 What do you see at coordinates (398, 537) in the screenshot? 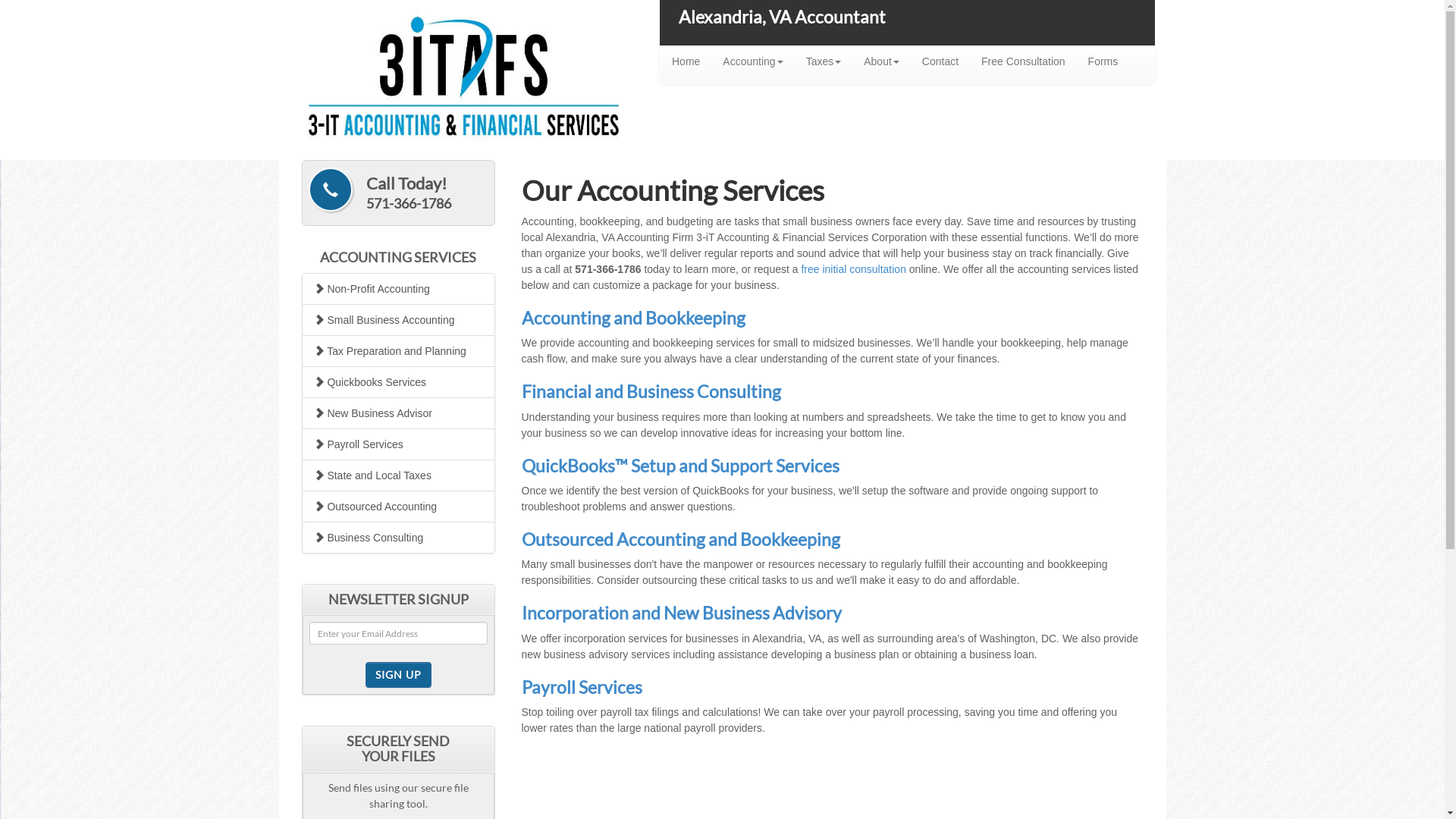
I see `'Business Consulting'` at bounding box center [398, 537].